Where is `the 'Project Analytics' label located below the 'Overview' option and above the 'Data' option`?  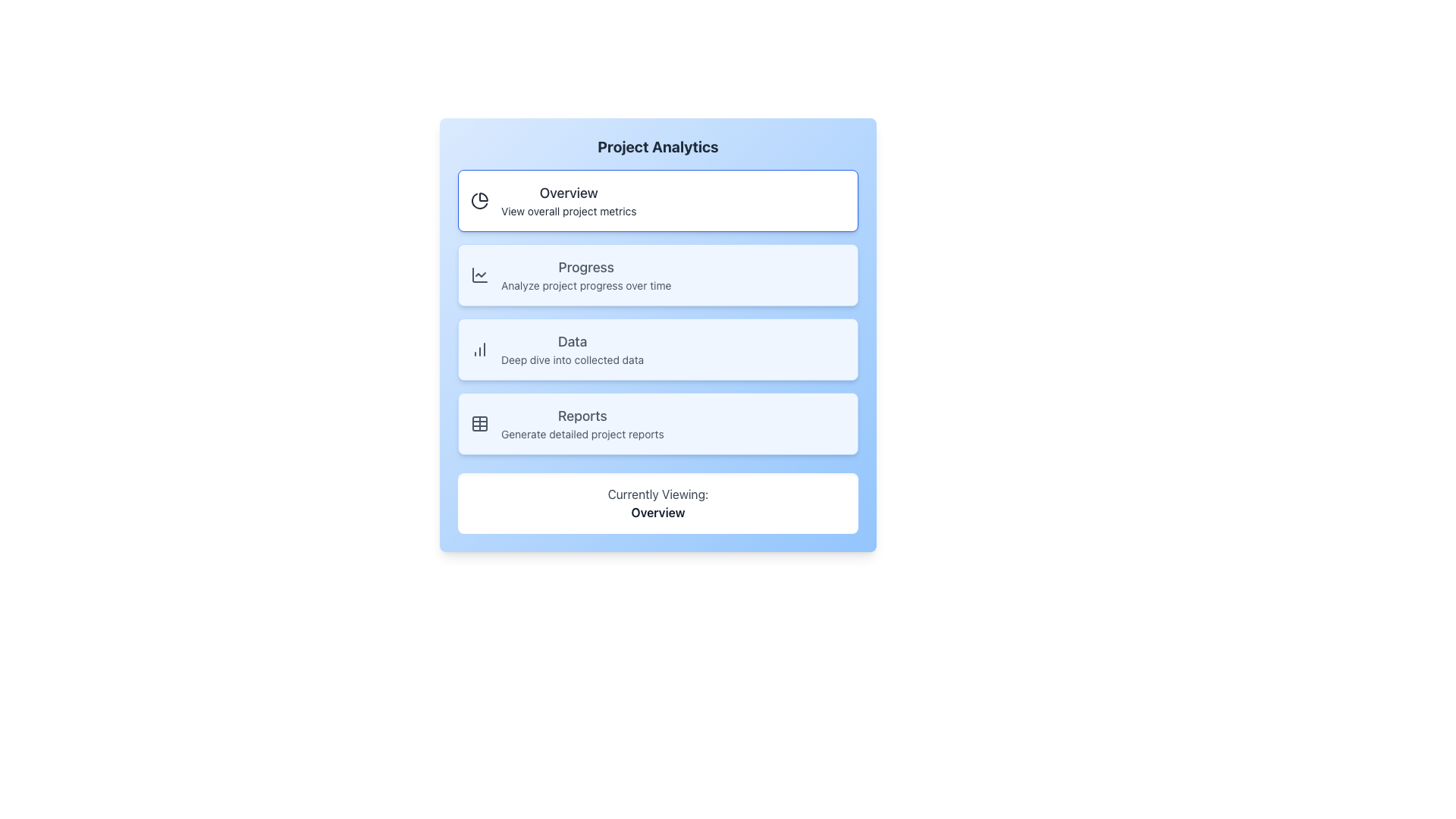 the 'Project Analytics' label located below the 'Overview' option and above the 'Data' option is located at coordinates (585, 275).